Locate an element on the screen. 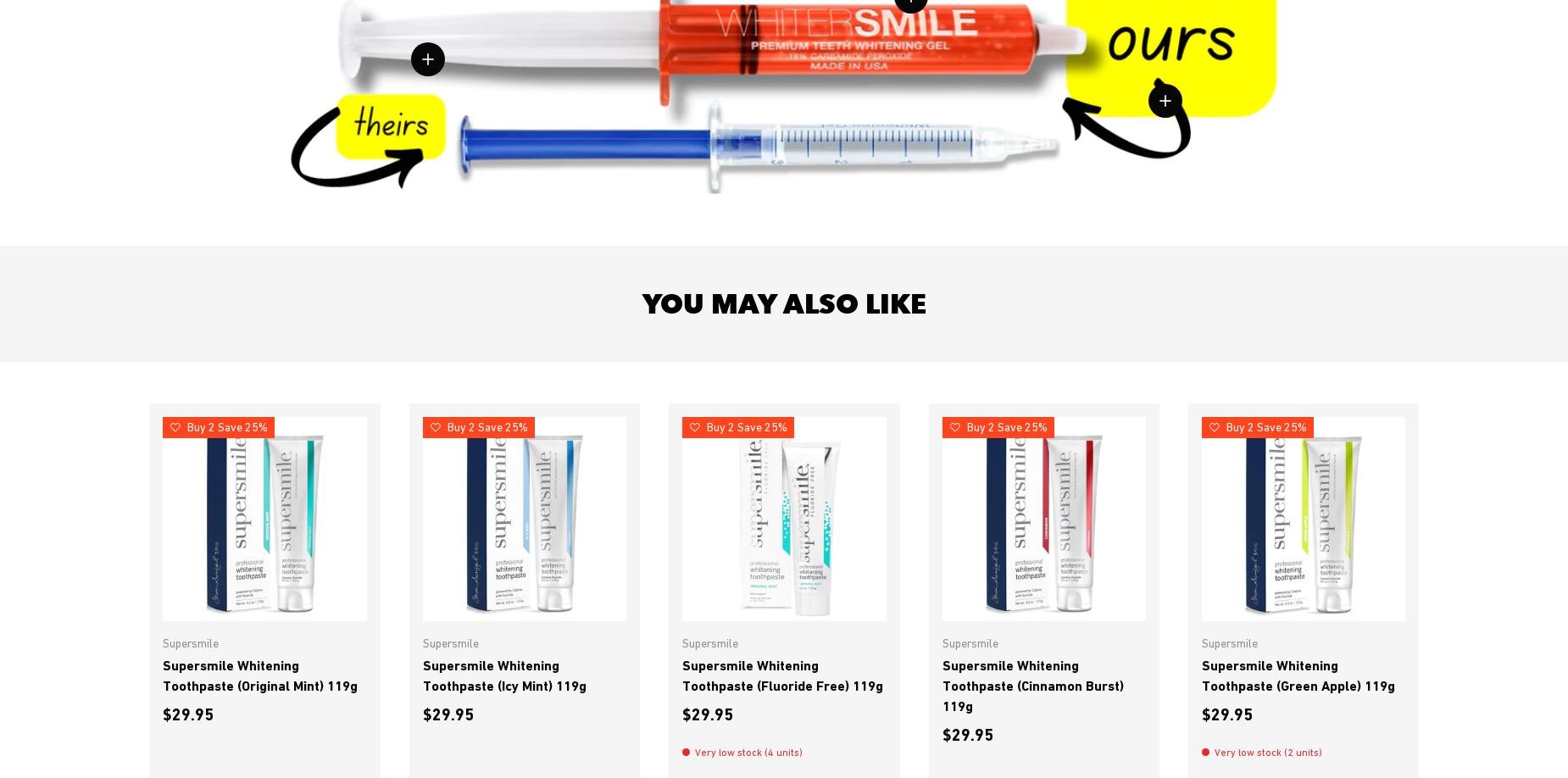 This screenshot has height=778, width=1568. 'Very low stock
(4 units)' is located at coordinates (694, 750).